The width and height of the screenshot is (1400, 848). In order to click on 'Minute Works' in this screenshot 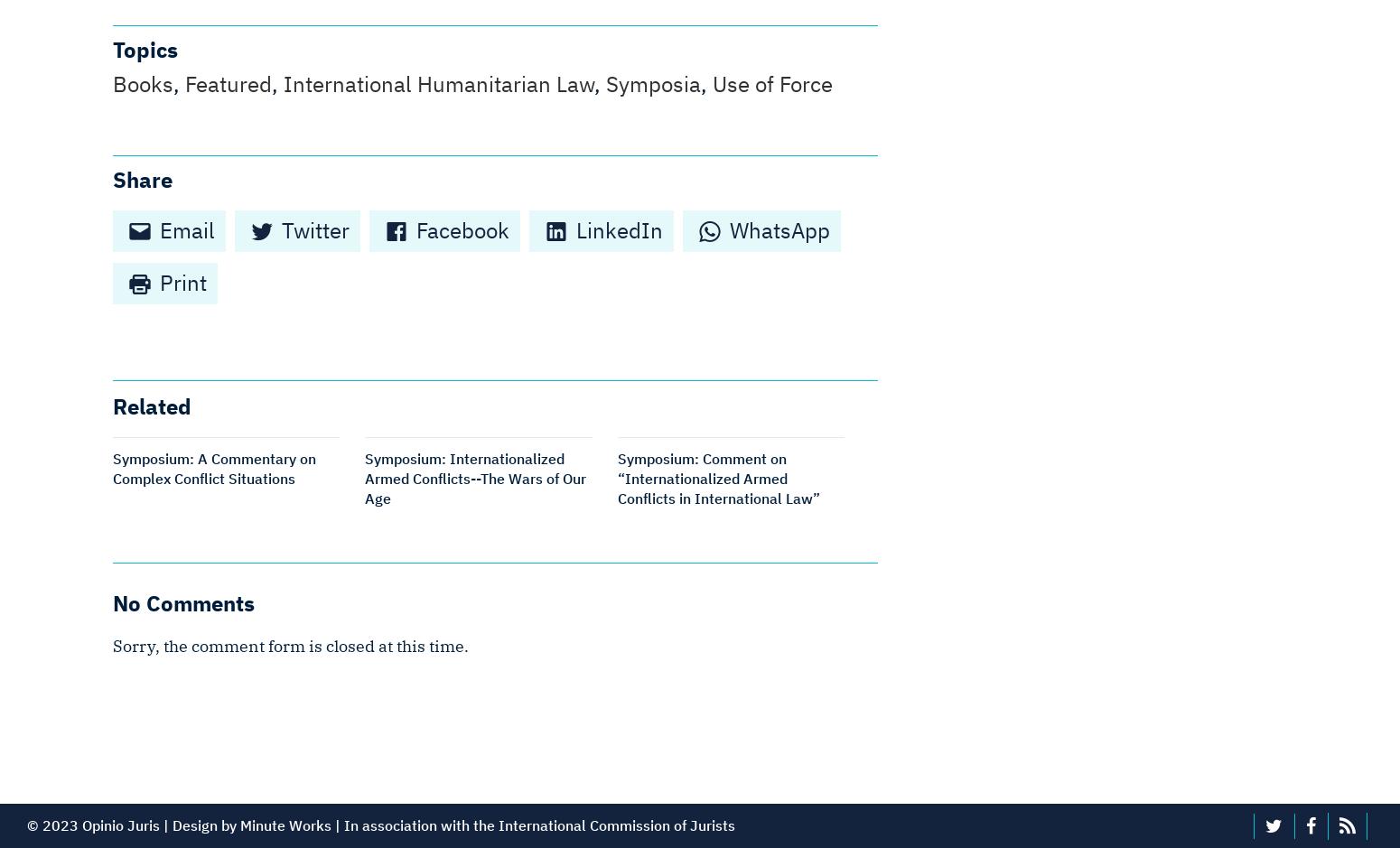, I will do `click(239, 825)`.